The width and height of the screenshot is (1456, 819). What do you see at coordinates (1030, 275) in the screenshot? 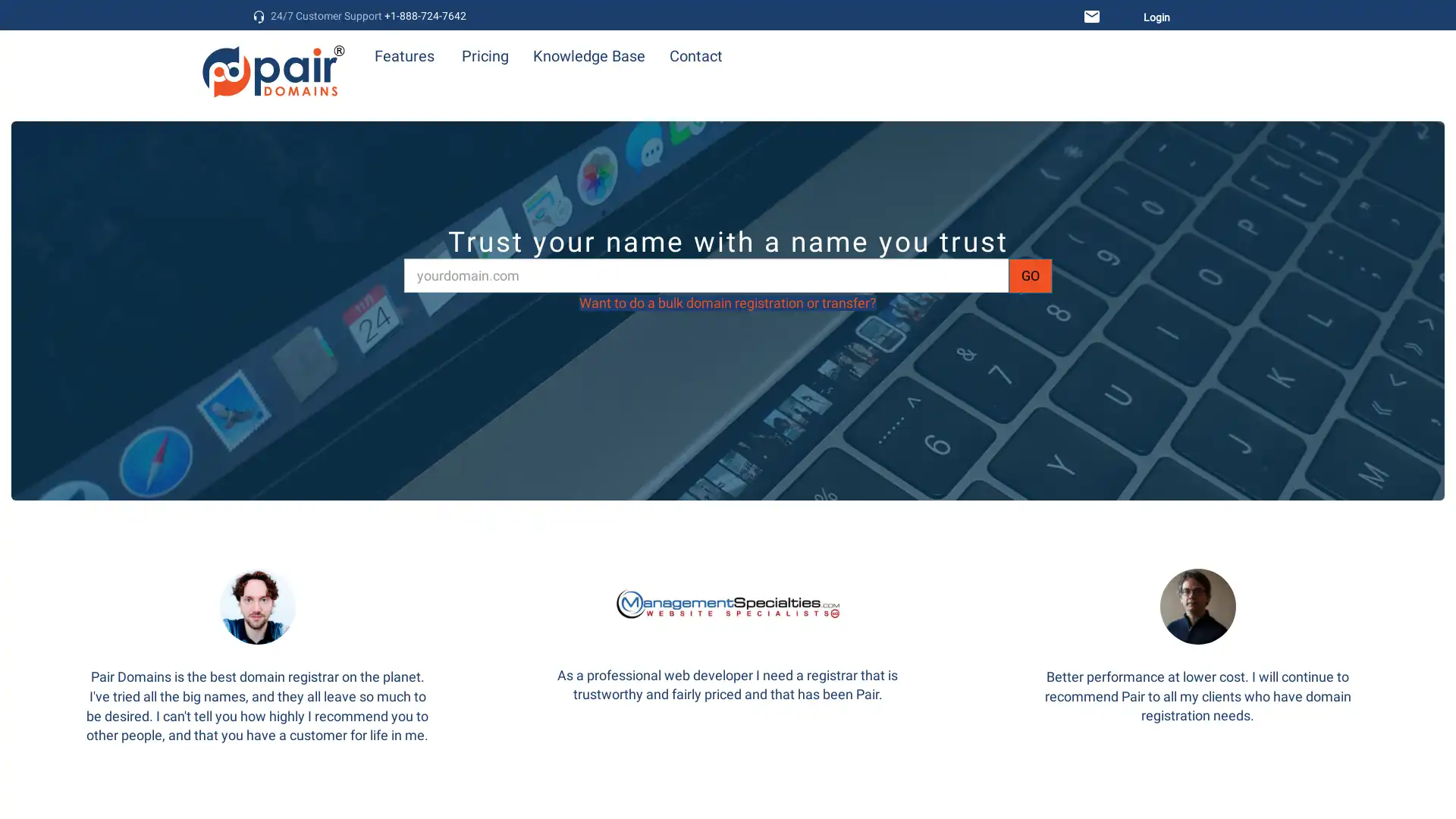
I see `GO` at bounding box center [1030, 275].